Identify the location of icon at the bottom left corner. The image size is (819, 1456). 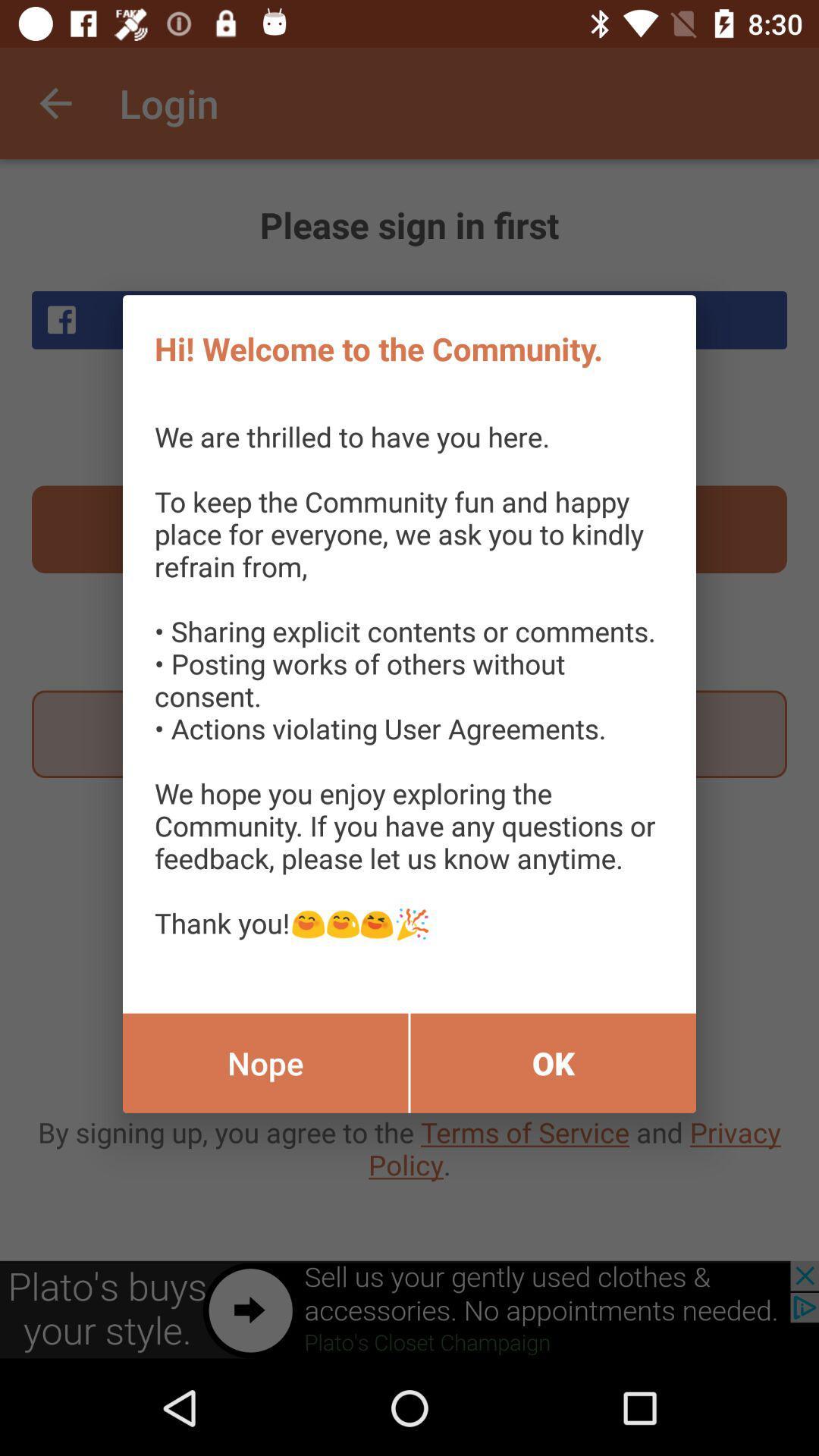
(265, 1062).